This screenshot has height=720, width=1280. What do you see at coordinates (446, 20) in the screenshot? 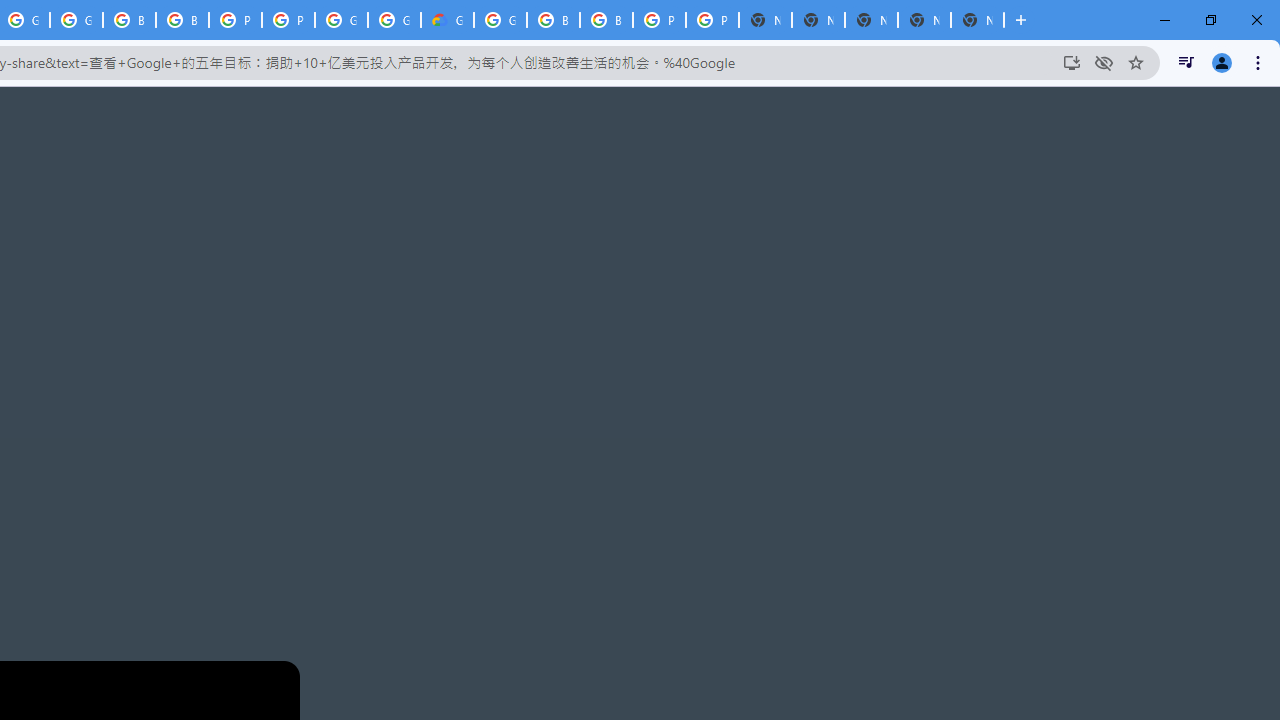
I see `'Google Cloud Estimate Summary'` at bounding box center [446, 20].